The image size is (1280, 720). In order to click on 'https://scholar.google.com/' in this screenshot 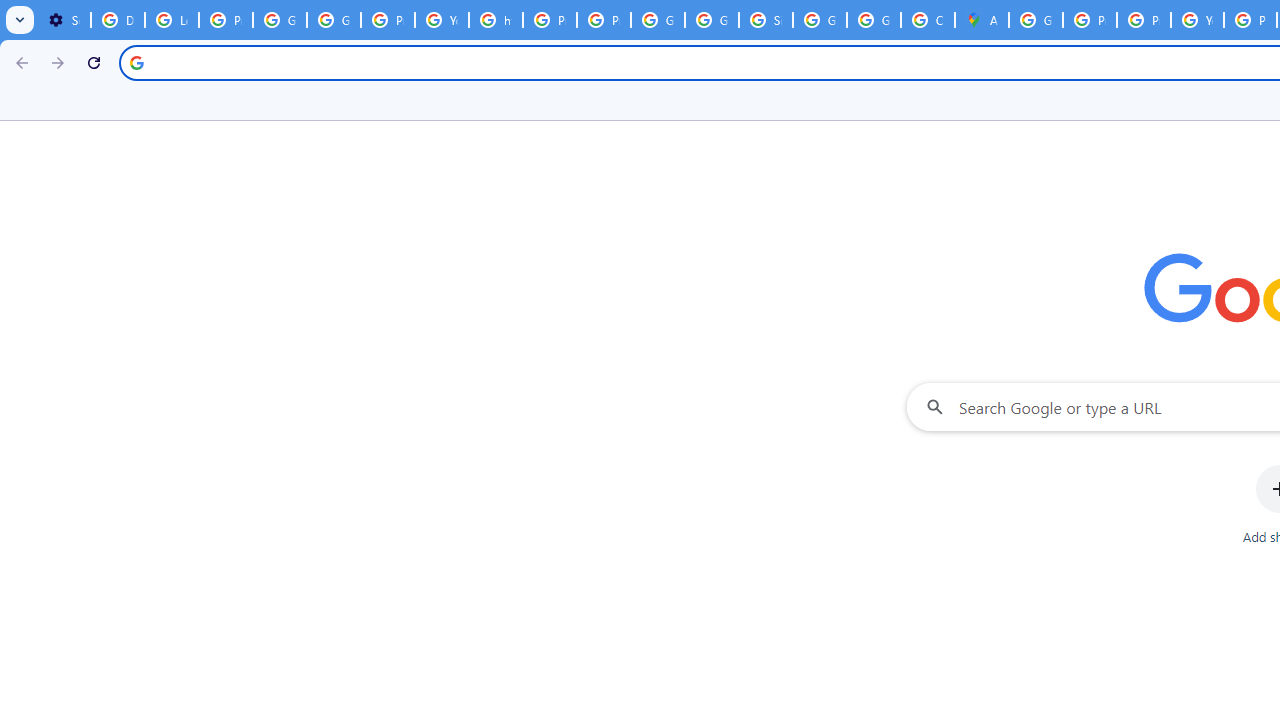, I will do `click(496, 20)`.